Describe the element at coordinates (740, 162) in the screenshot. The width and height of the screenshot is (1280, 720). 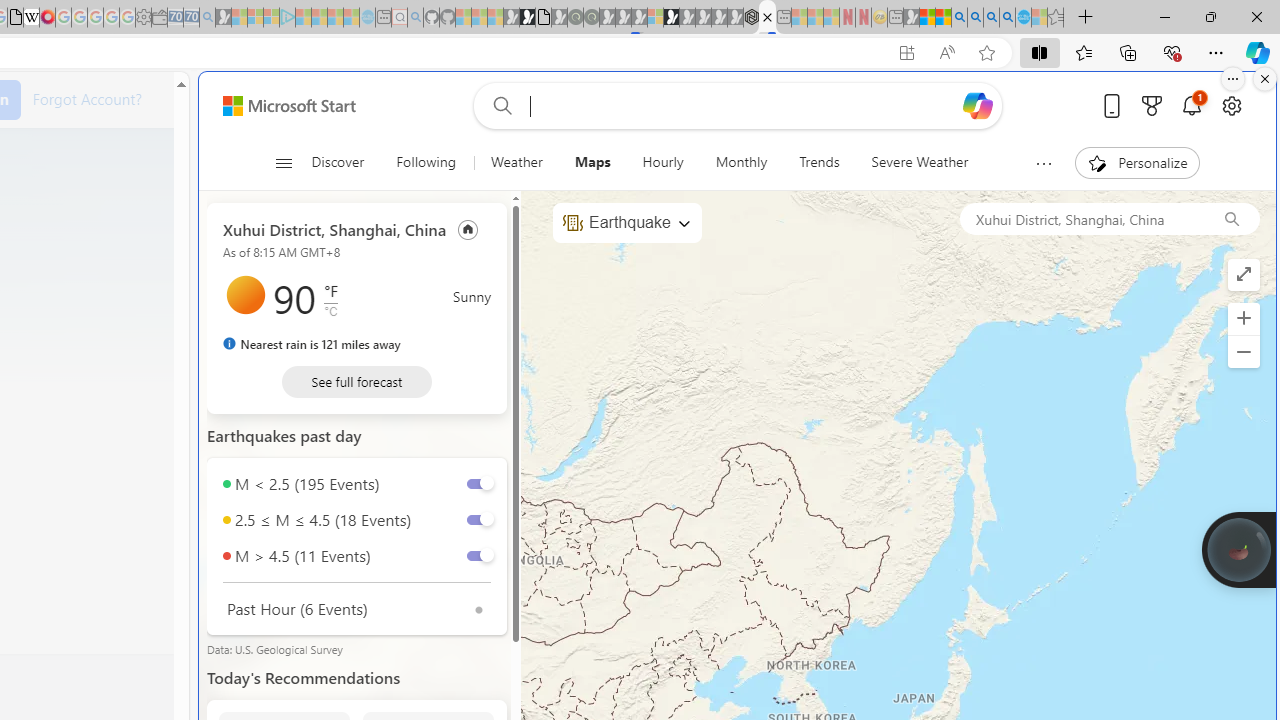
I see `'Monthly'` at that location.